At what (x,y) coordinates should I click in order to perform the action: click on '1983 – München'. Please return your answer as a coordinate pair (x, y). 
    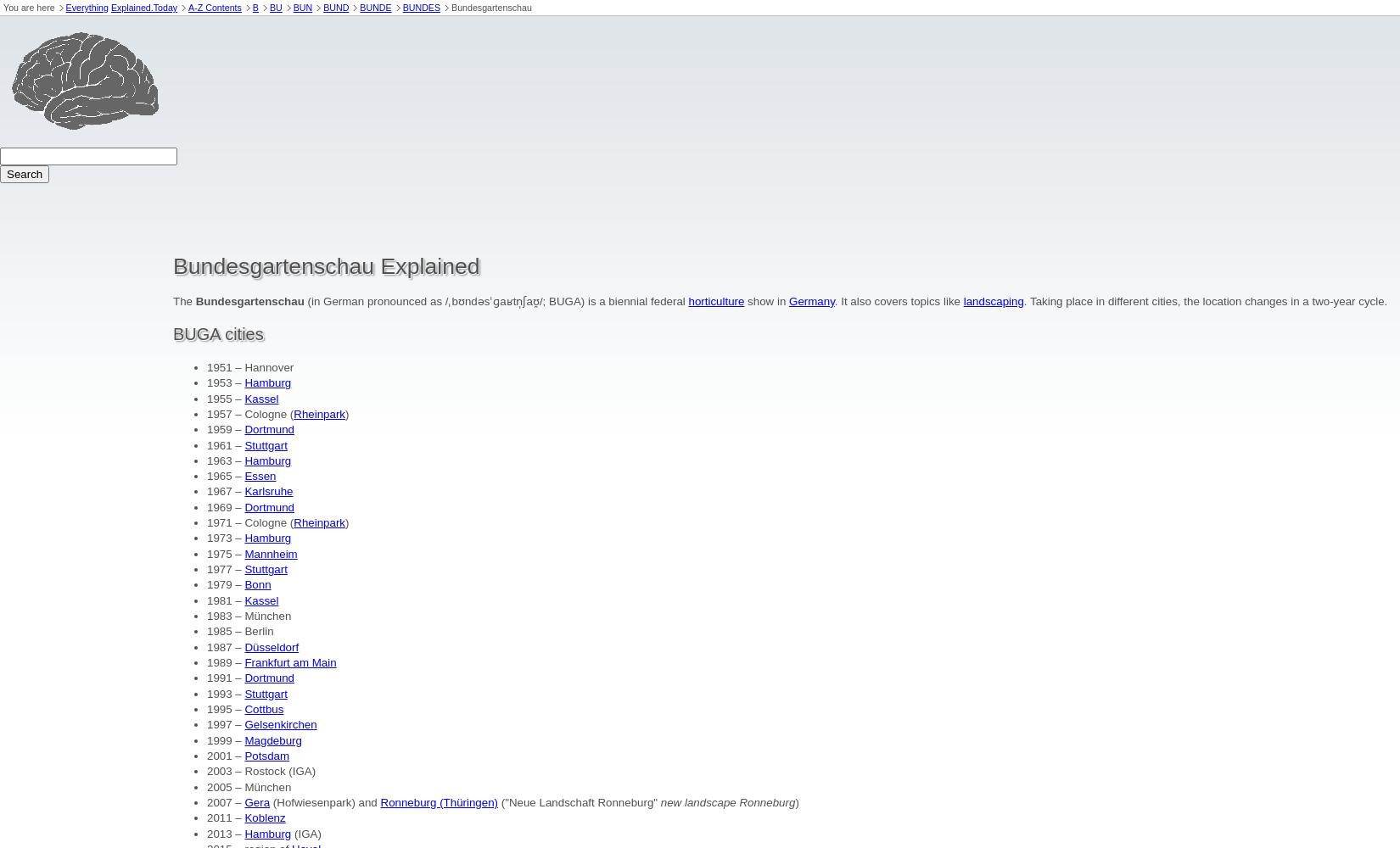
    Looking at the image, I should click on (249, 615).